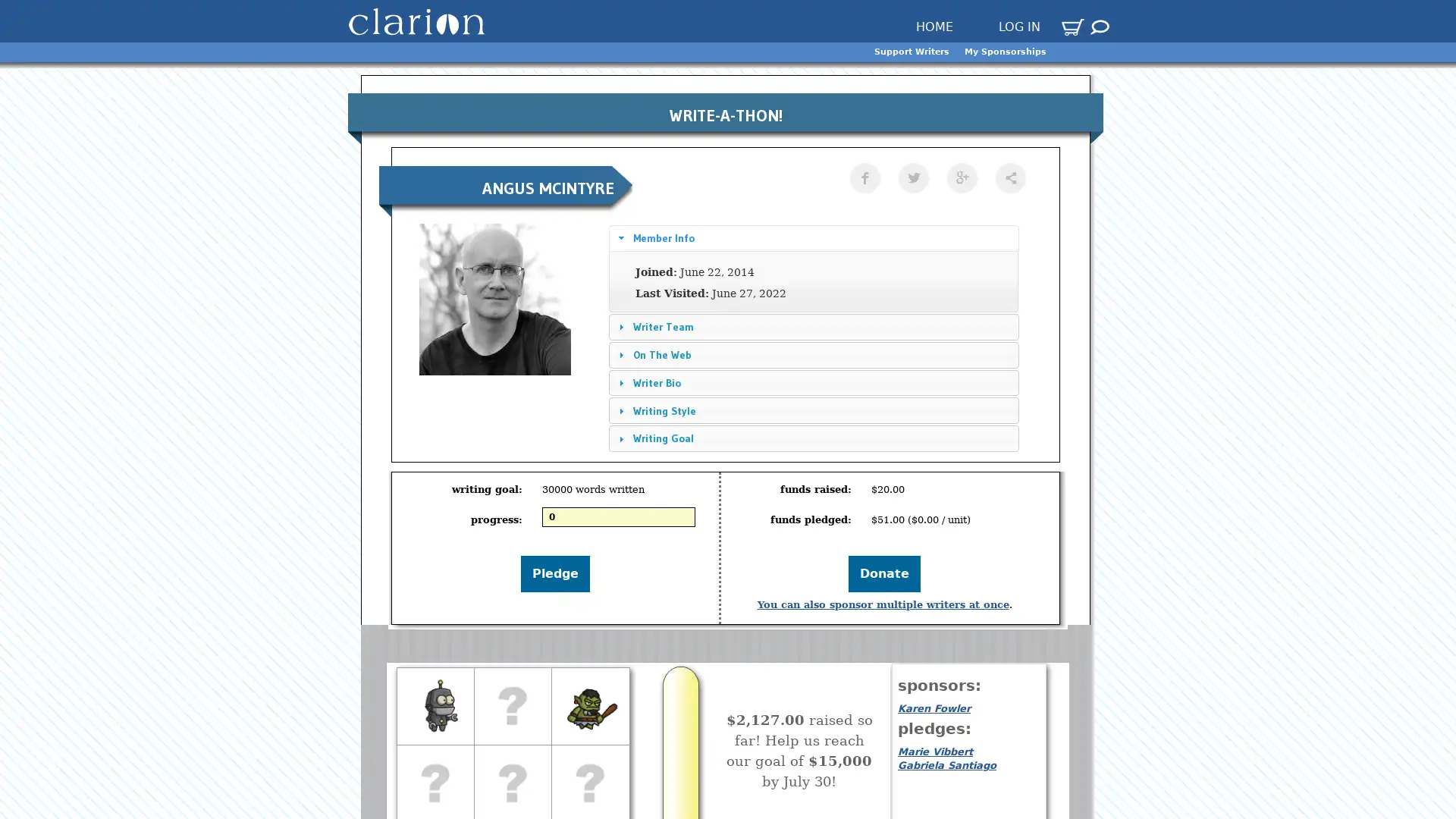 Image resolution: width=1456 pixels, height=819 pixels. I want to click on Pledge, so click(554, 573).